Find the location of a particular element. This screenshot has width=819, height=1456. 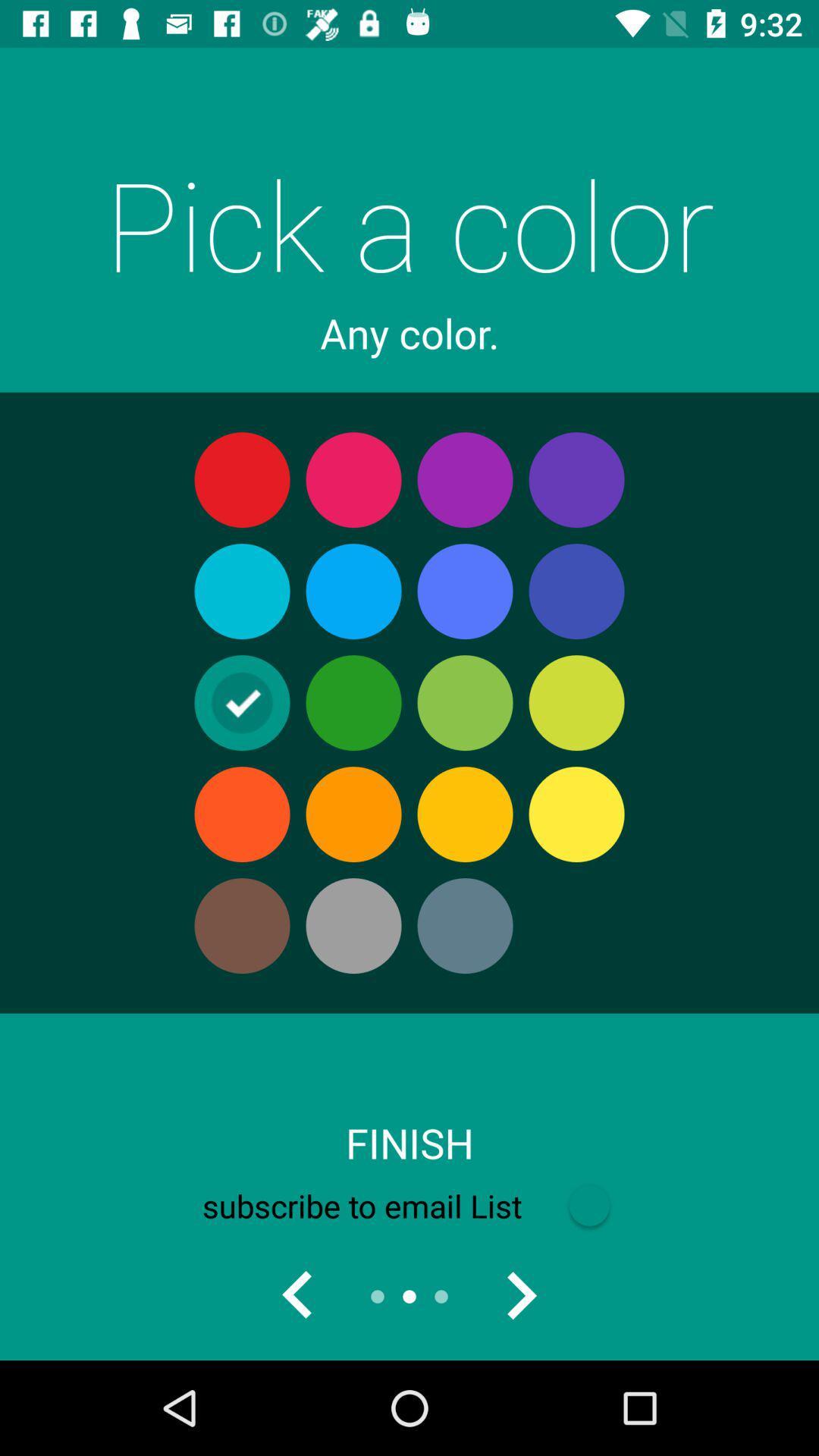

the item below the subscribe to email icon is located at coordinates (298, 1295).